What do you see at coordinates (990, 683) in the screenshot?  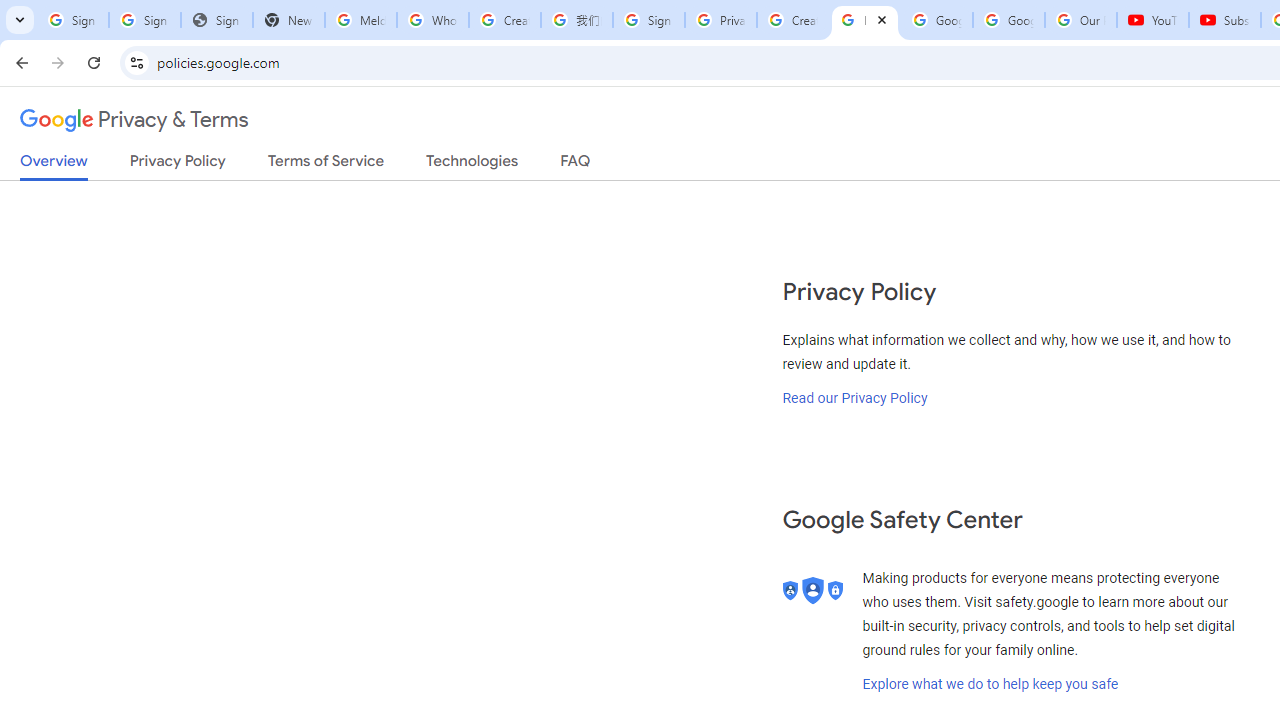 I see `'Explore what we do to help keep you safe'` at bounding box center [990, 683].